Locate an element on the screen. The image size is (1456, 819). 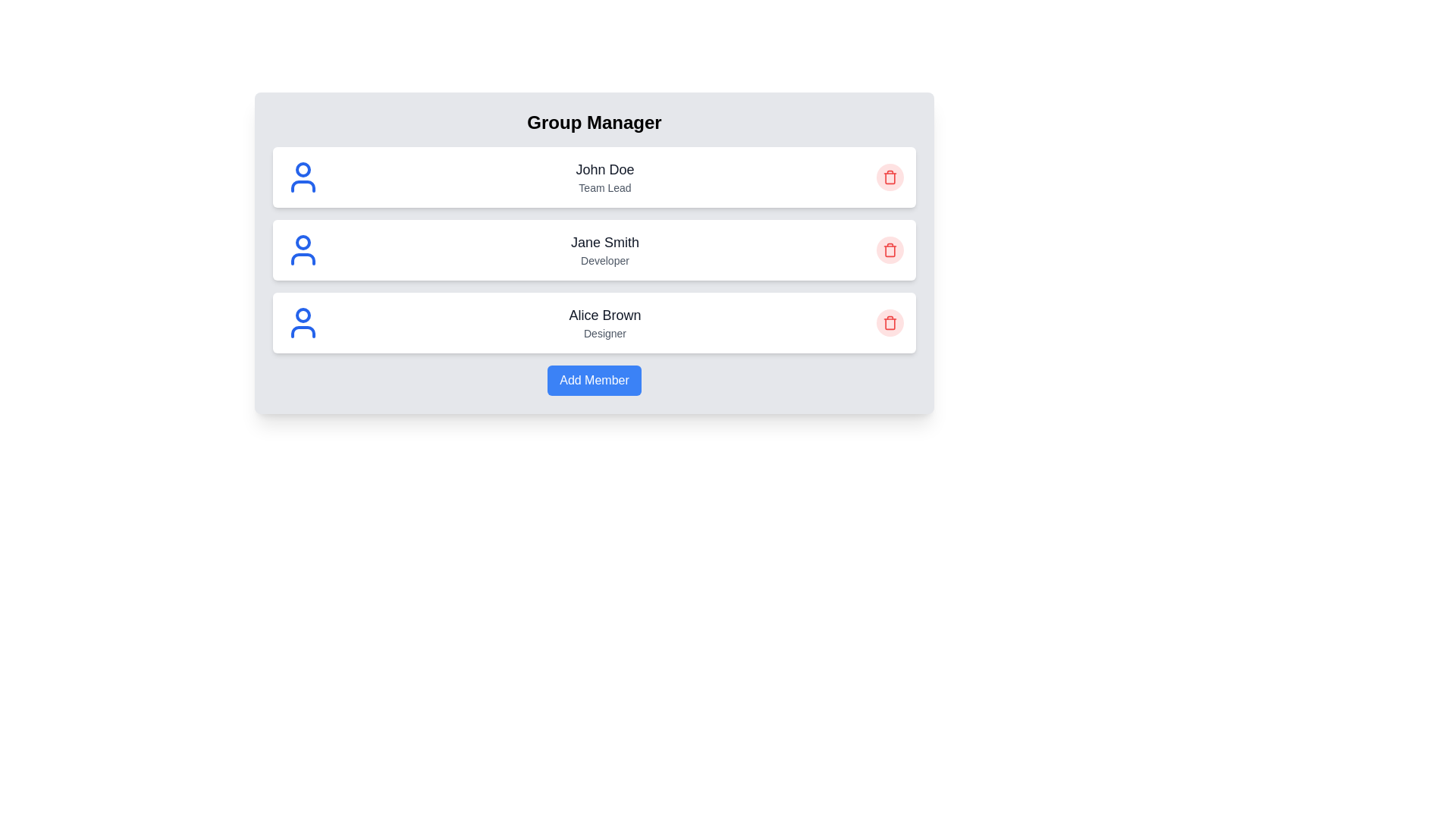
the text component displaying 'Jane Smith', which is bold, dark gray, and positioned in the upper part of a box containing another text 'Developer' below it is located at coordinates (604, 242).